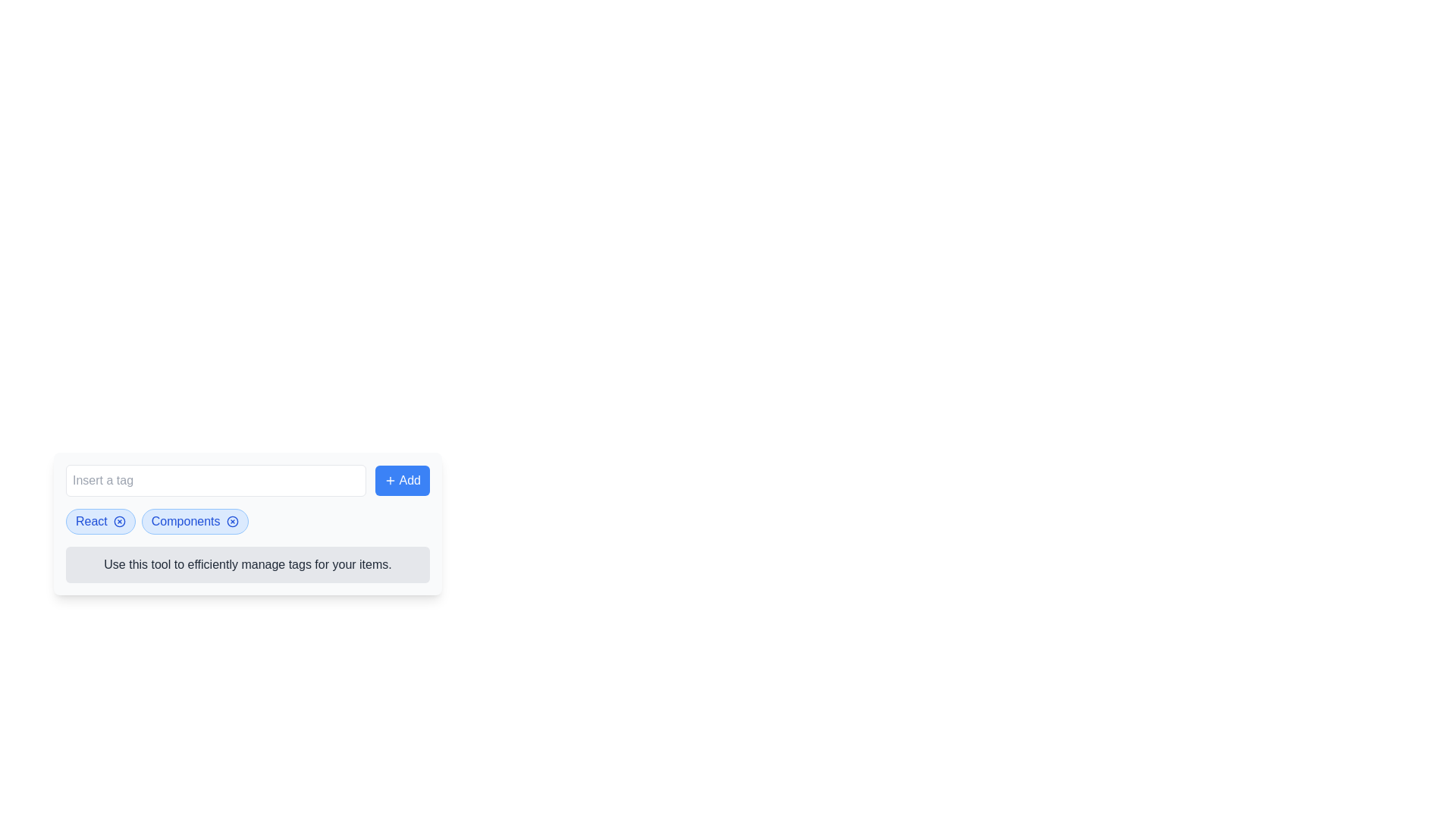 Image resolution: width=1456 pixels, height=819 pixels. Describe the element at coordinates (402, 480) in the screenshot. I see `the '+ Add' button with a blue background and white text` at that location.